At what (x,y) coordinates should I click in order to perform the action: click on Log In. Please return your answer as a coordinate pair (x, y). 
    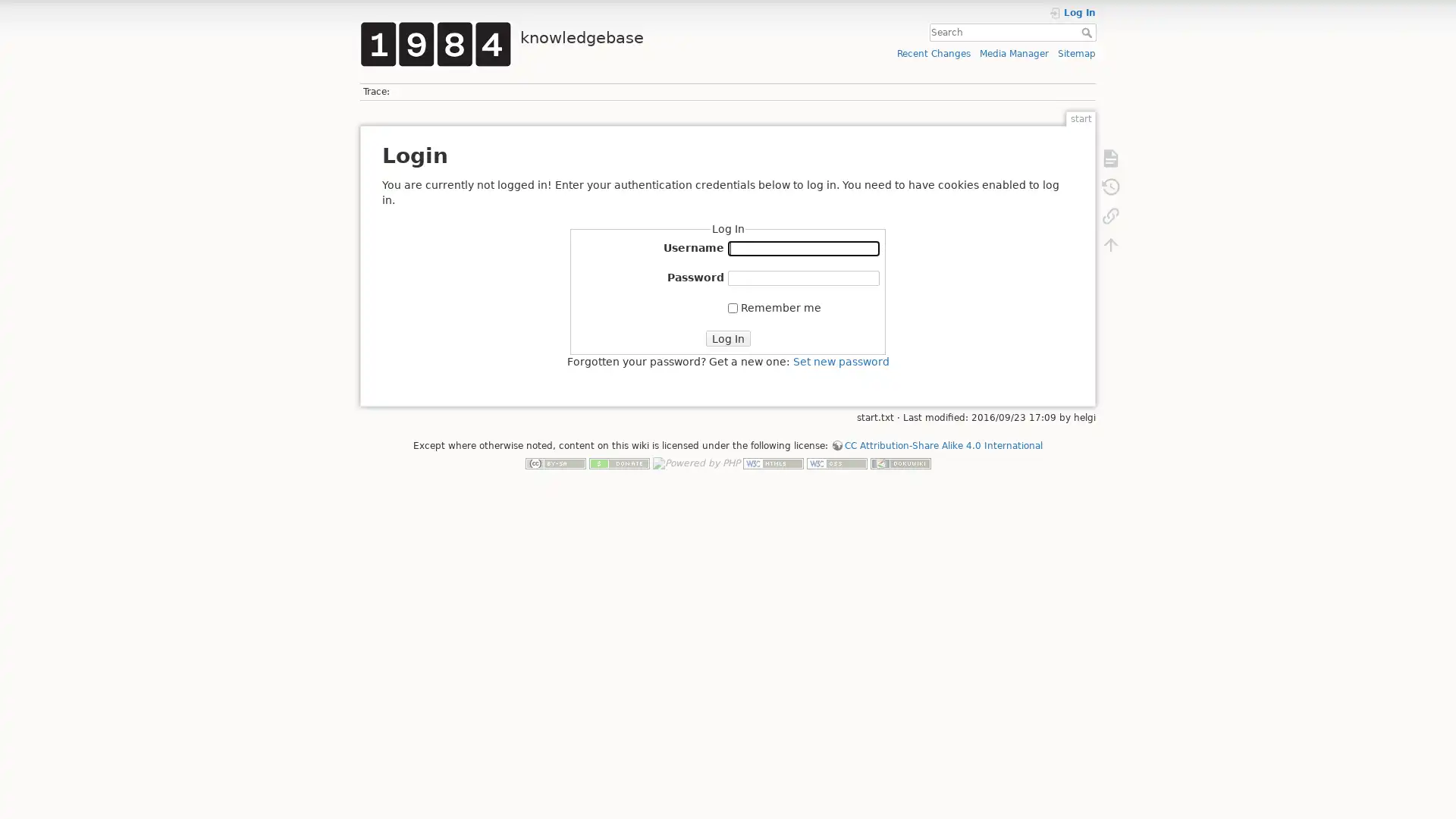
    Looking at the image, I should click on (726, 337).